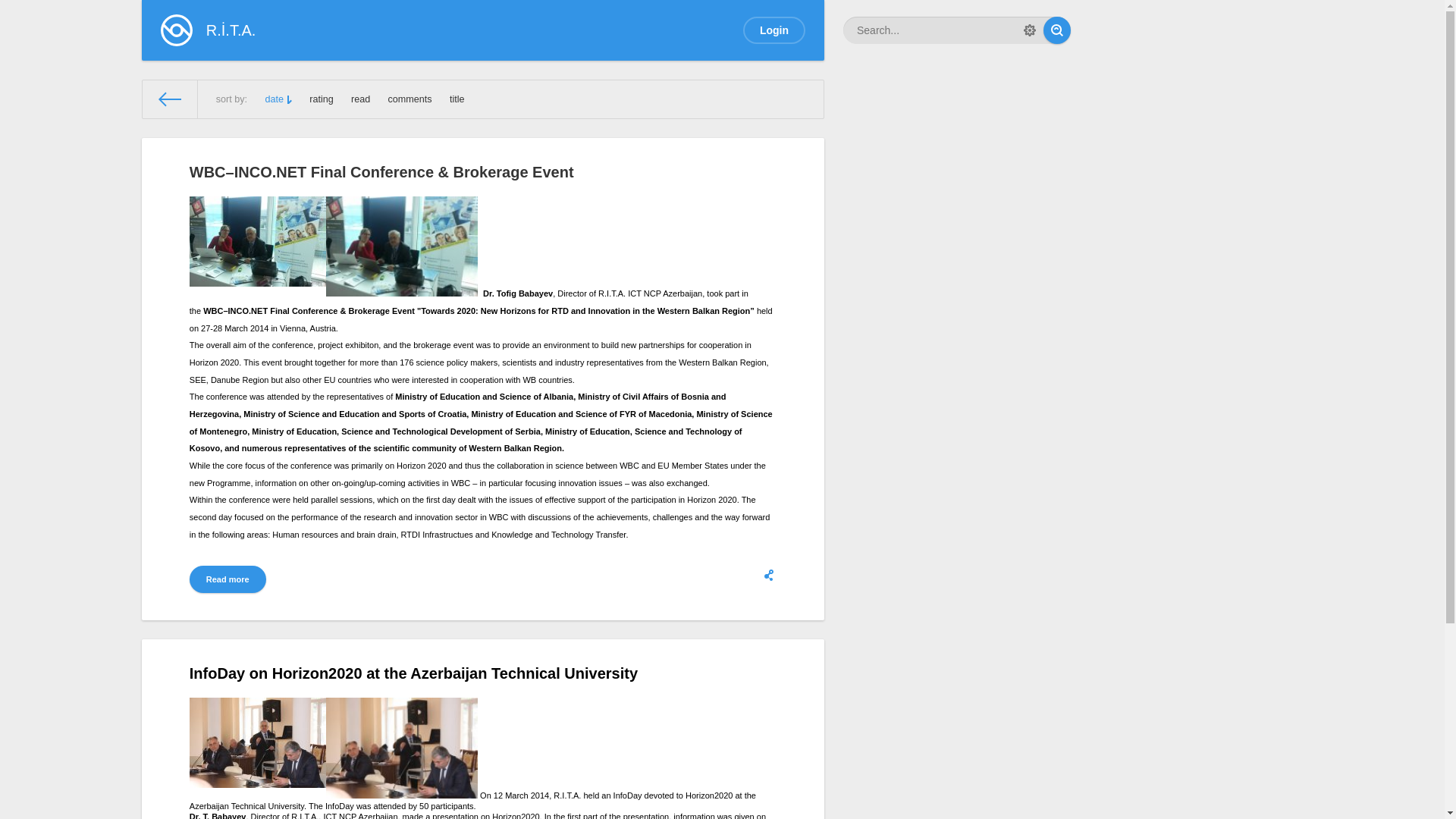  I want to click on 'Extended Search', so click(1030, 30).